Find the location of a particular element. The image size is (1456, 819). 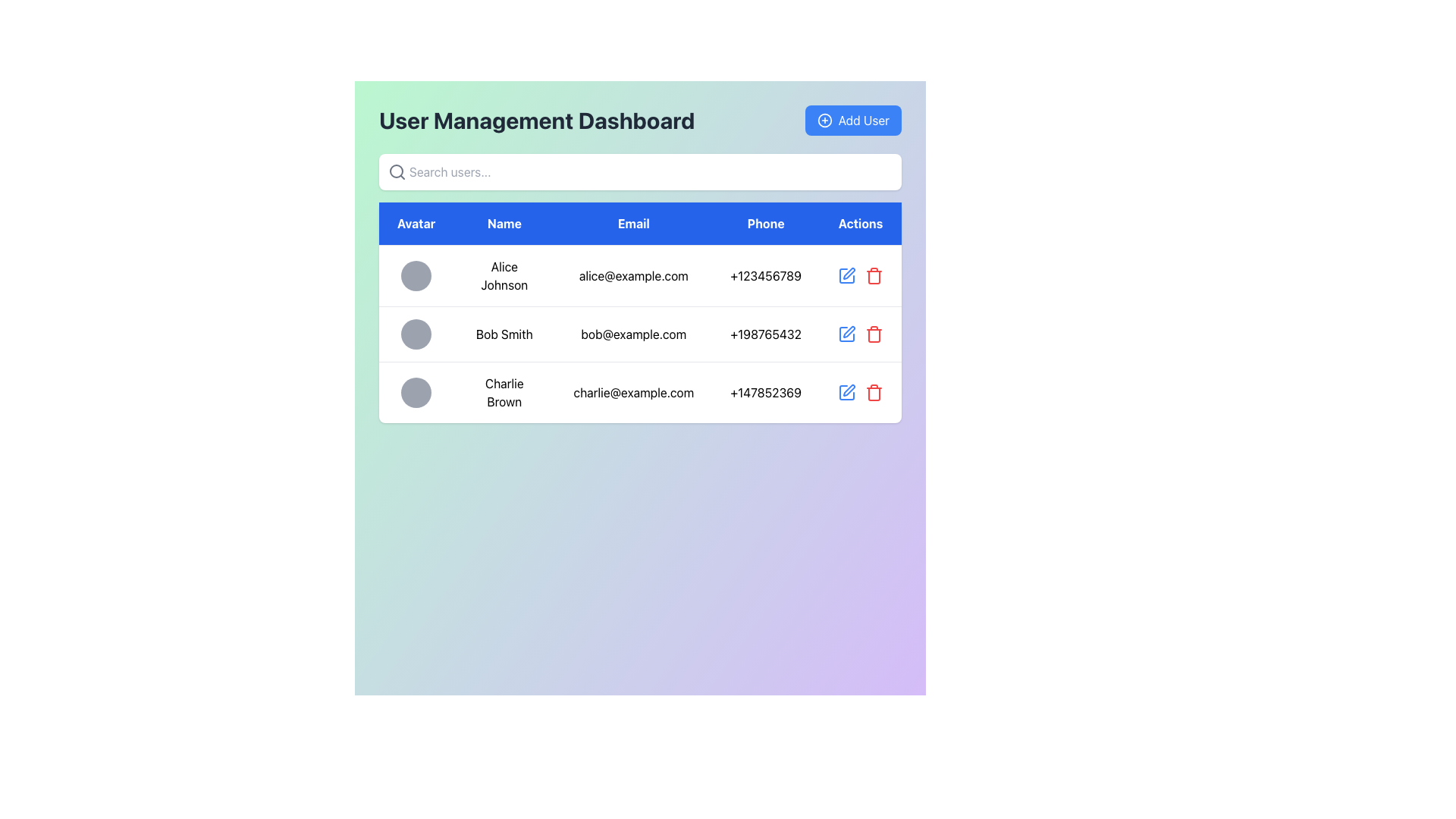

the column header indicating the 'Actions' for each row in the user management table, located at the rightmost end of the header row is located at coordinates (860, 223).